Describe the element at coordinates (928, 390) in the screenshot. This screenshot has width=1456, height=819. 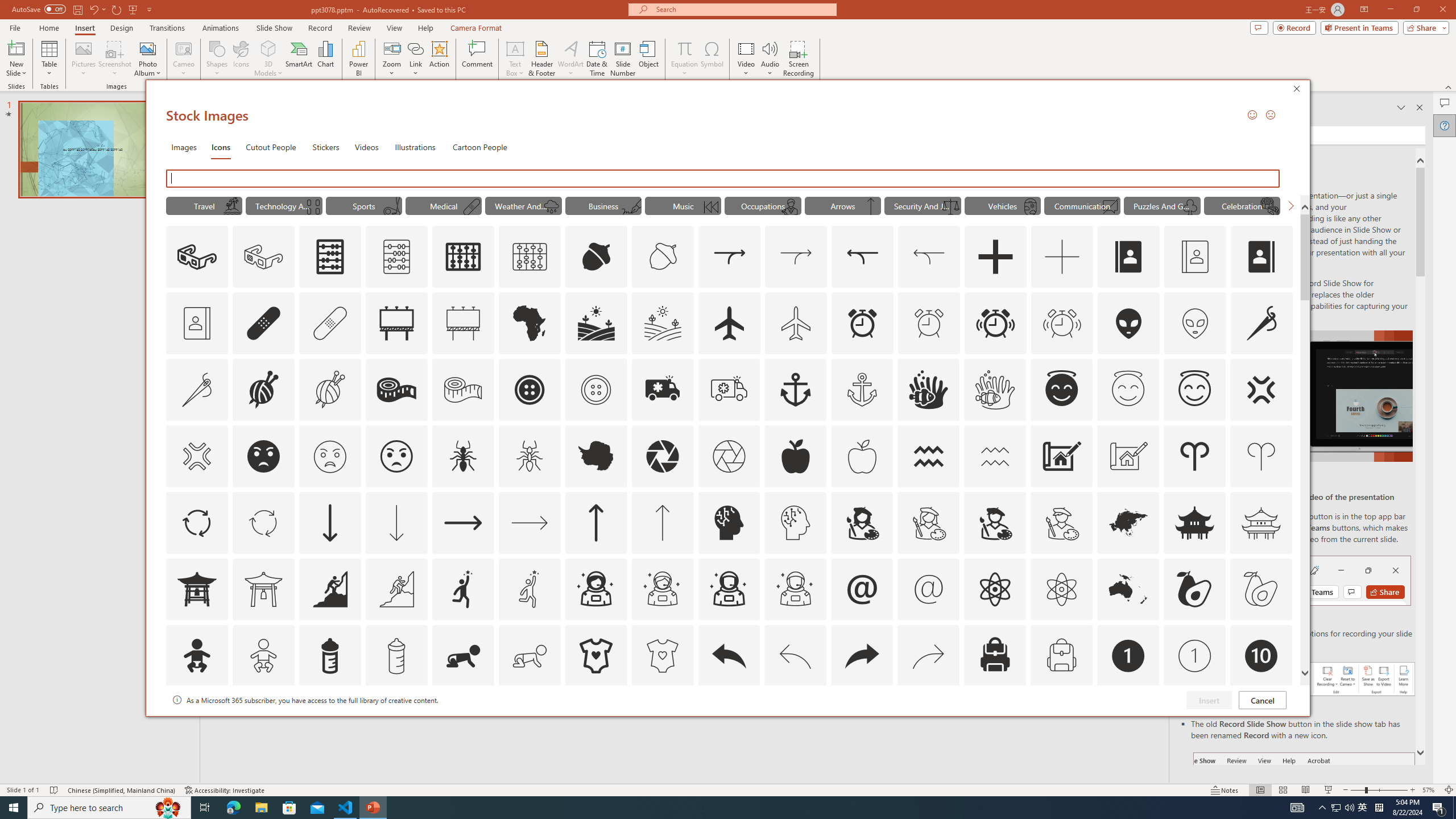
I see `'AutomationID: Icons_AnemoneAndClownfish'` at that location.